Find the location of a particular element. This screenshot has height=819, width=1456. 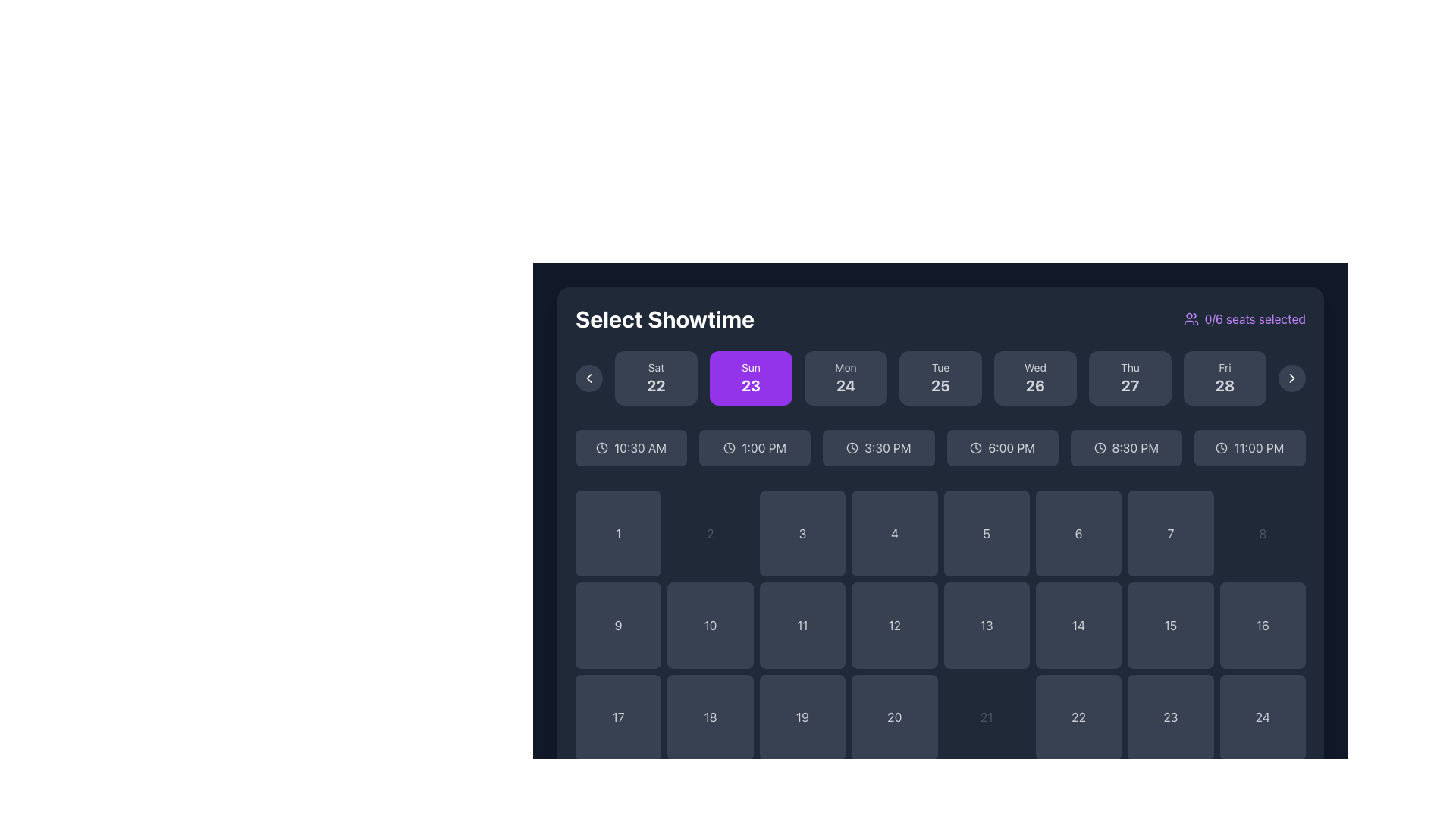

the button labeled '20', which is a square-shaped button with a rounded appearance, dark gray color, and light gray text in a clean, sans-serif font, located in the third row and fourth column of a grid layout is located at coordinates (894, 717).